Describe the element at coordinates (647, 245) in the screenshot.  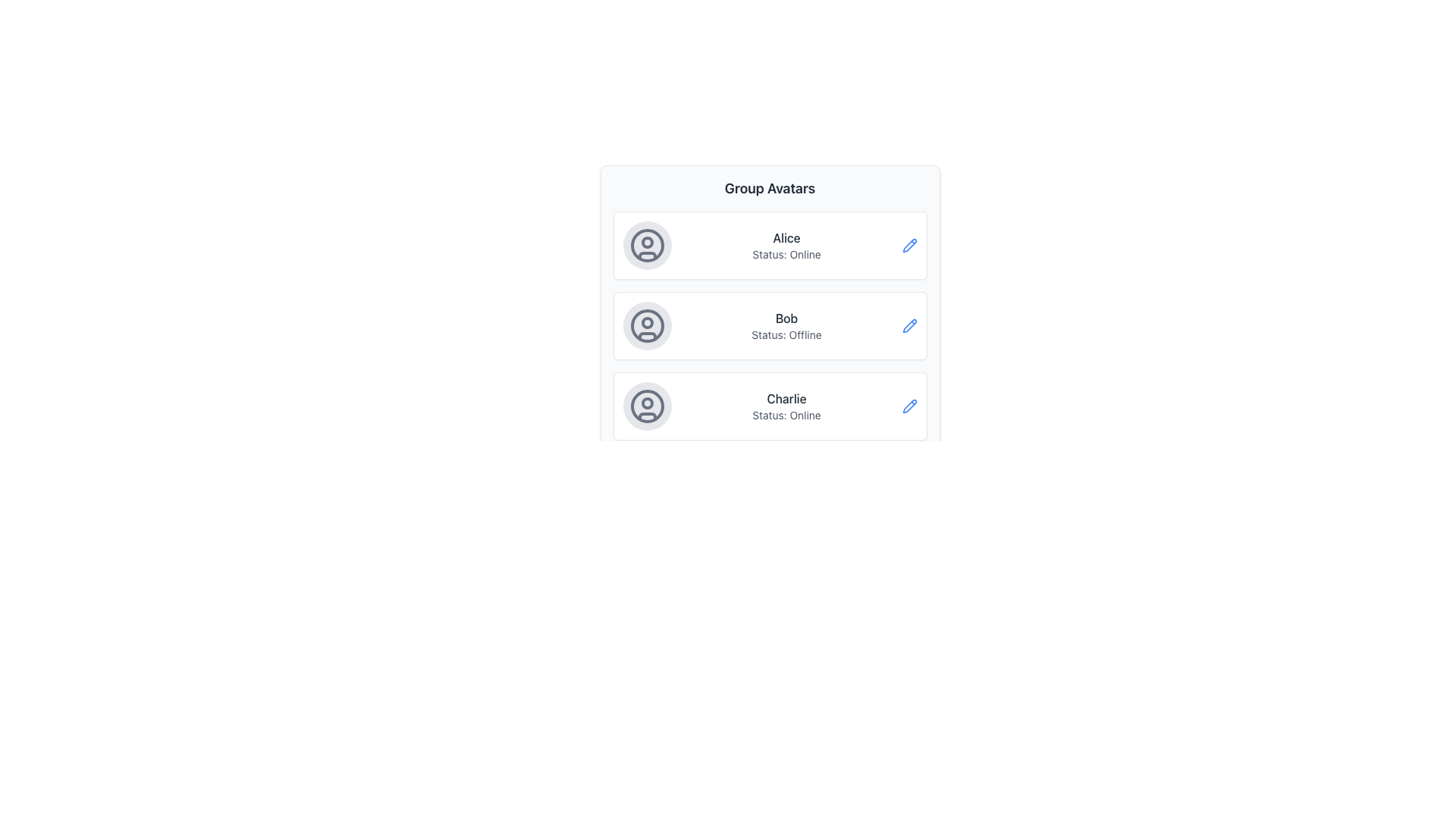
I see `the decorative Circle graphic of the user avatar icon for Alice in the Group Avatars list` at that location.